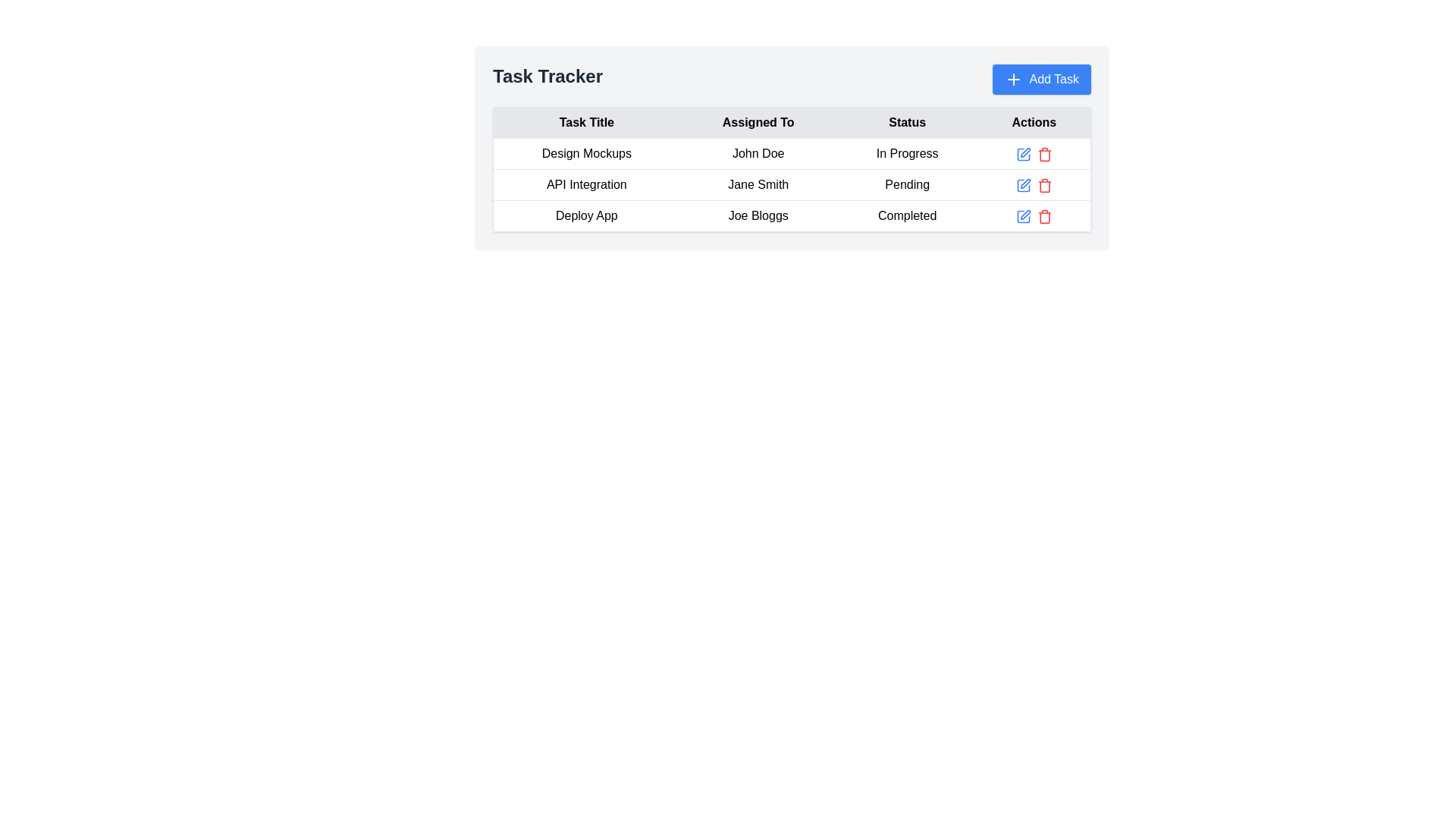  Describe the element at coordinates (907, 154) in the screenshot. I see `the text label displaying the current status of the task titled 'Design Mockups' in the third cell of the table under the 'Status' column` at that location.